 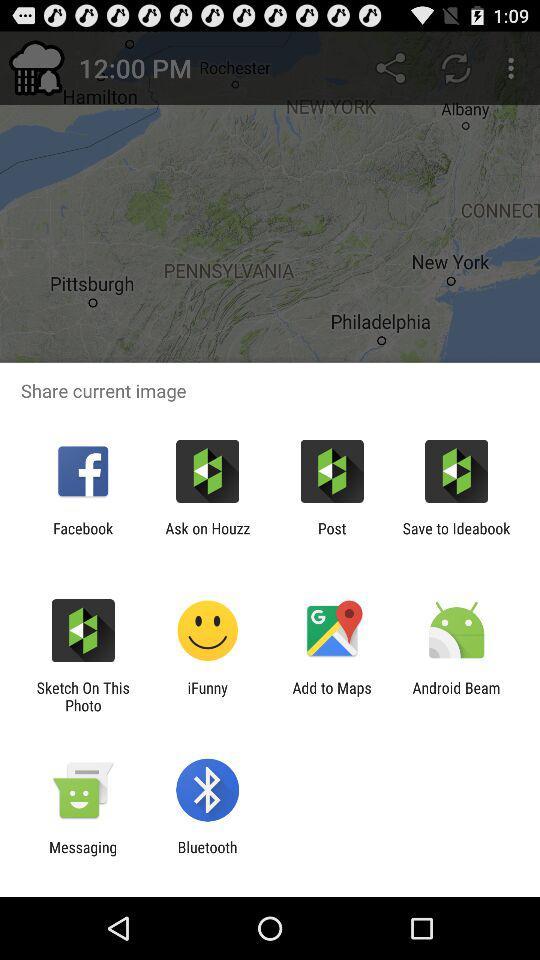 I want to click on the item next to sketch on this app, so click(x=206, y=696).